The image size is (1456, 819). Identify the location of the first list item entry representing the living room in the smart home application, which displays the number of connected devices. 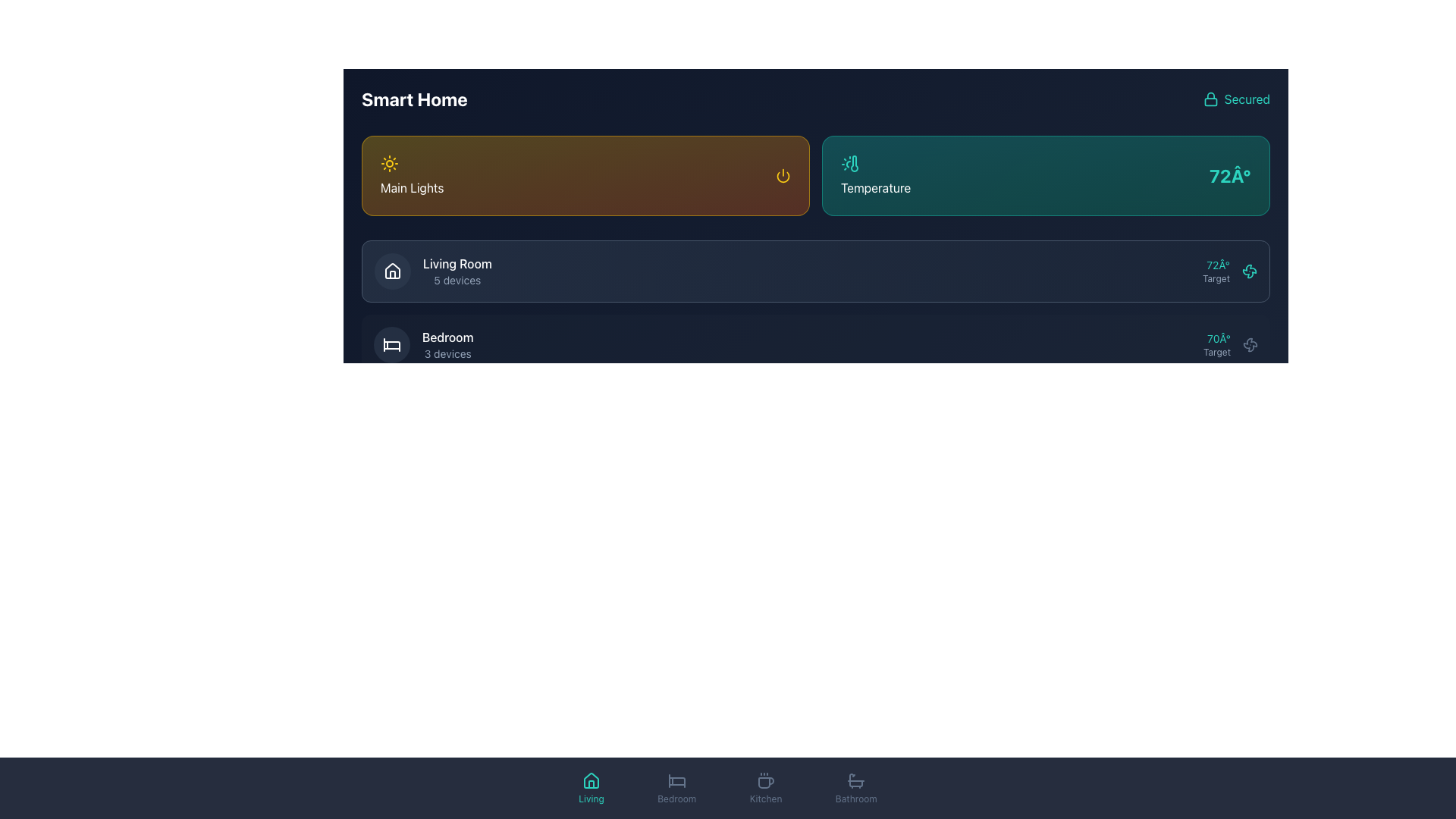
(432, 271).